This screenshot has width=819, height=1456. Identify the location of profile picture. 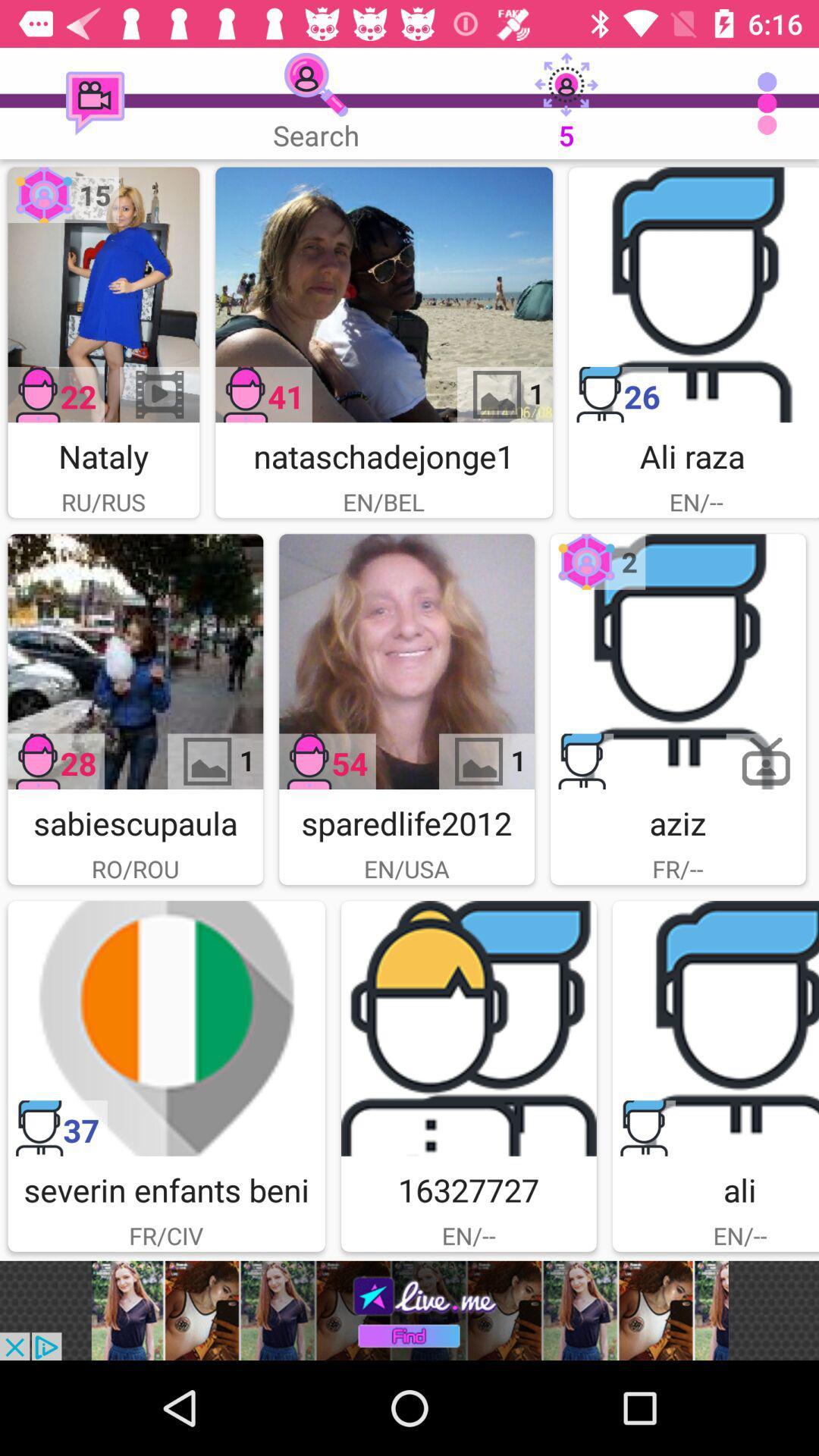
(677, 661).